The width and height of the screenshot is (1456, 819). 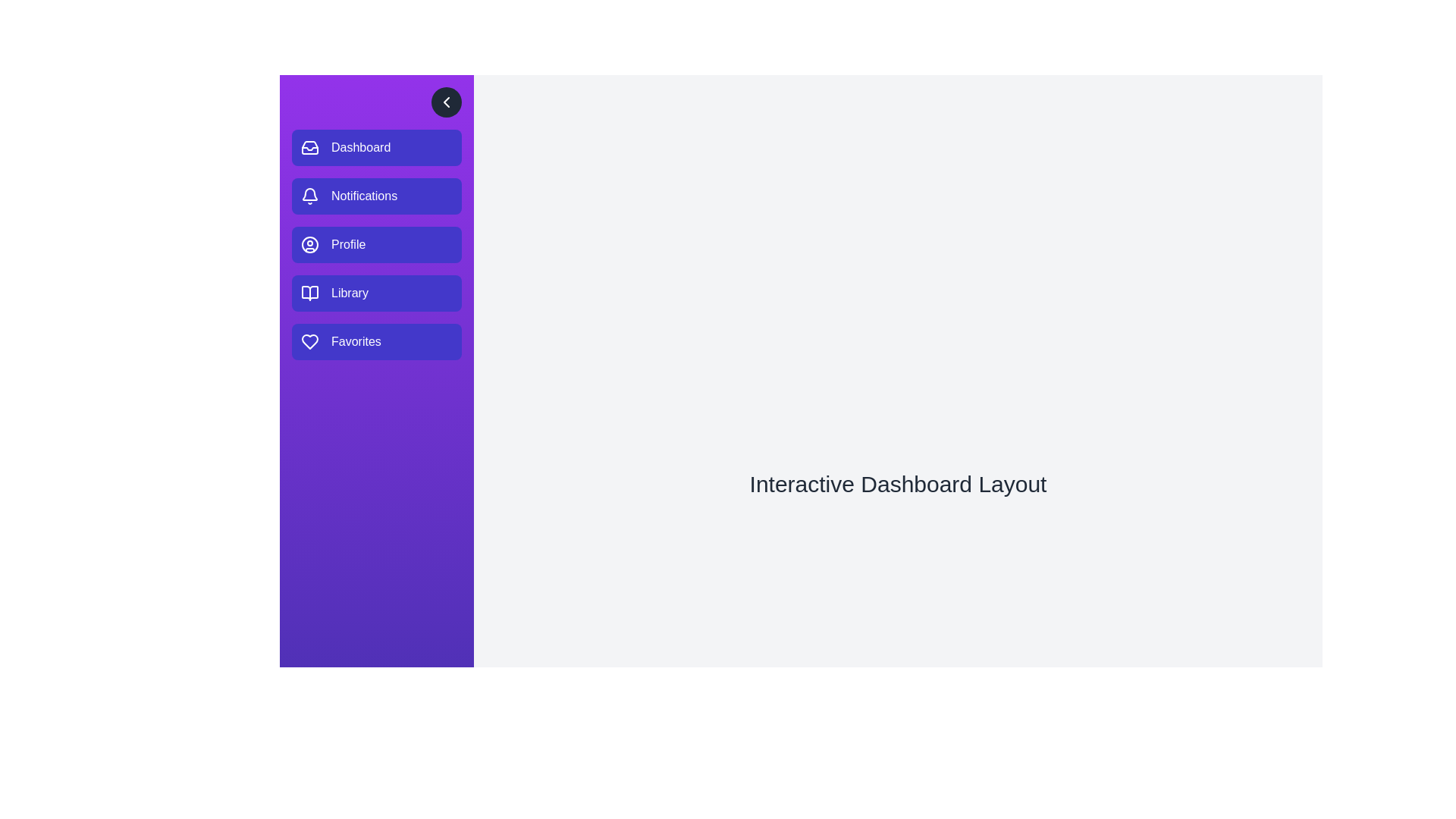 I want to click on the menu item labeled Dashboard, so click(x=377, y=148).